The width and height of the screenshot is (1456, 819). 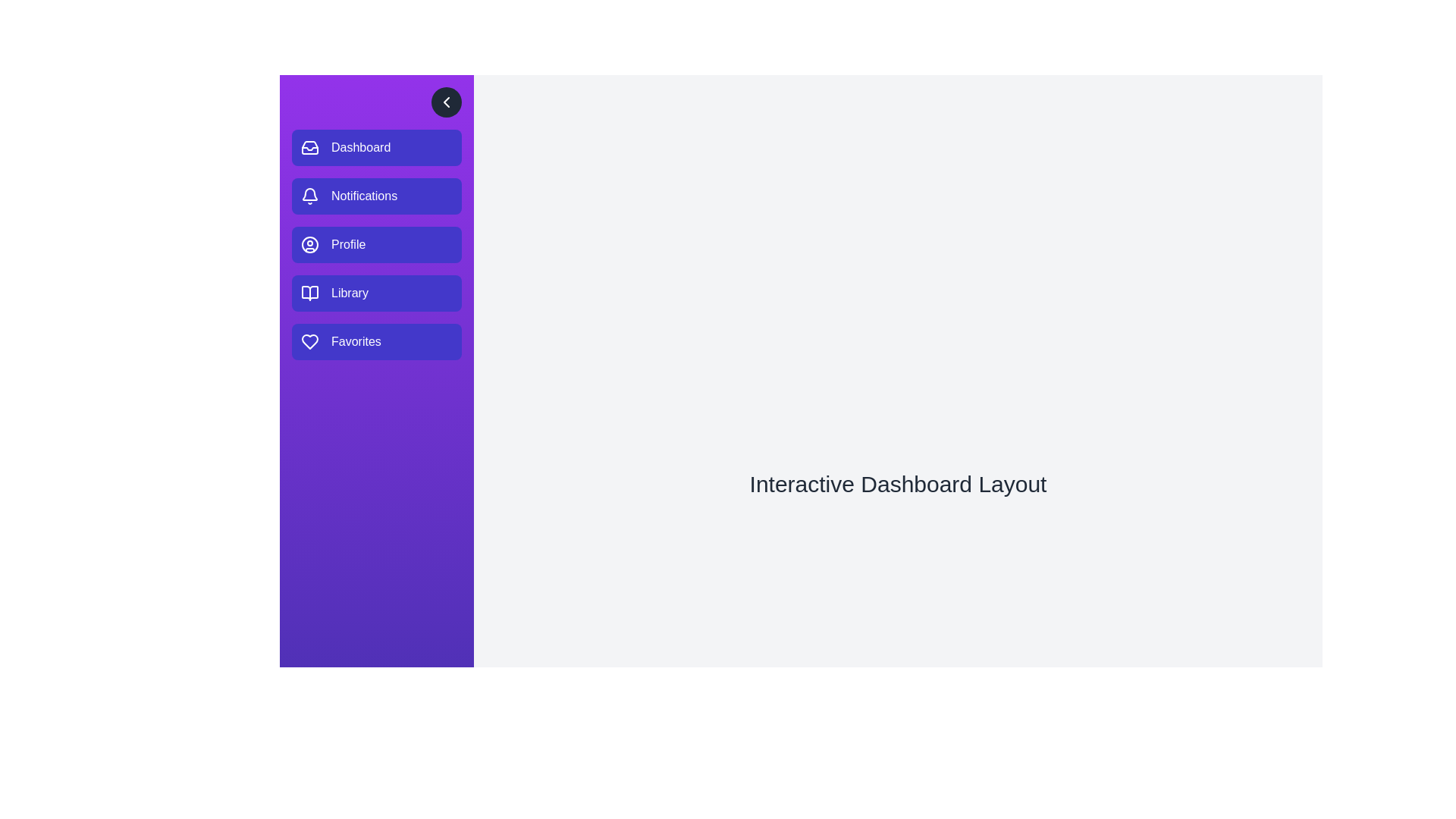 I want to click on the menu item labeled Dashboard, so click(x=377, y=148).